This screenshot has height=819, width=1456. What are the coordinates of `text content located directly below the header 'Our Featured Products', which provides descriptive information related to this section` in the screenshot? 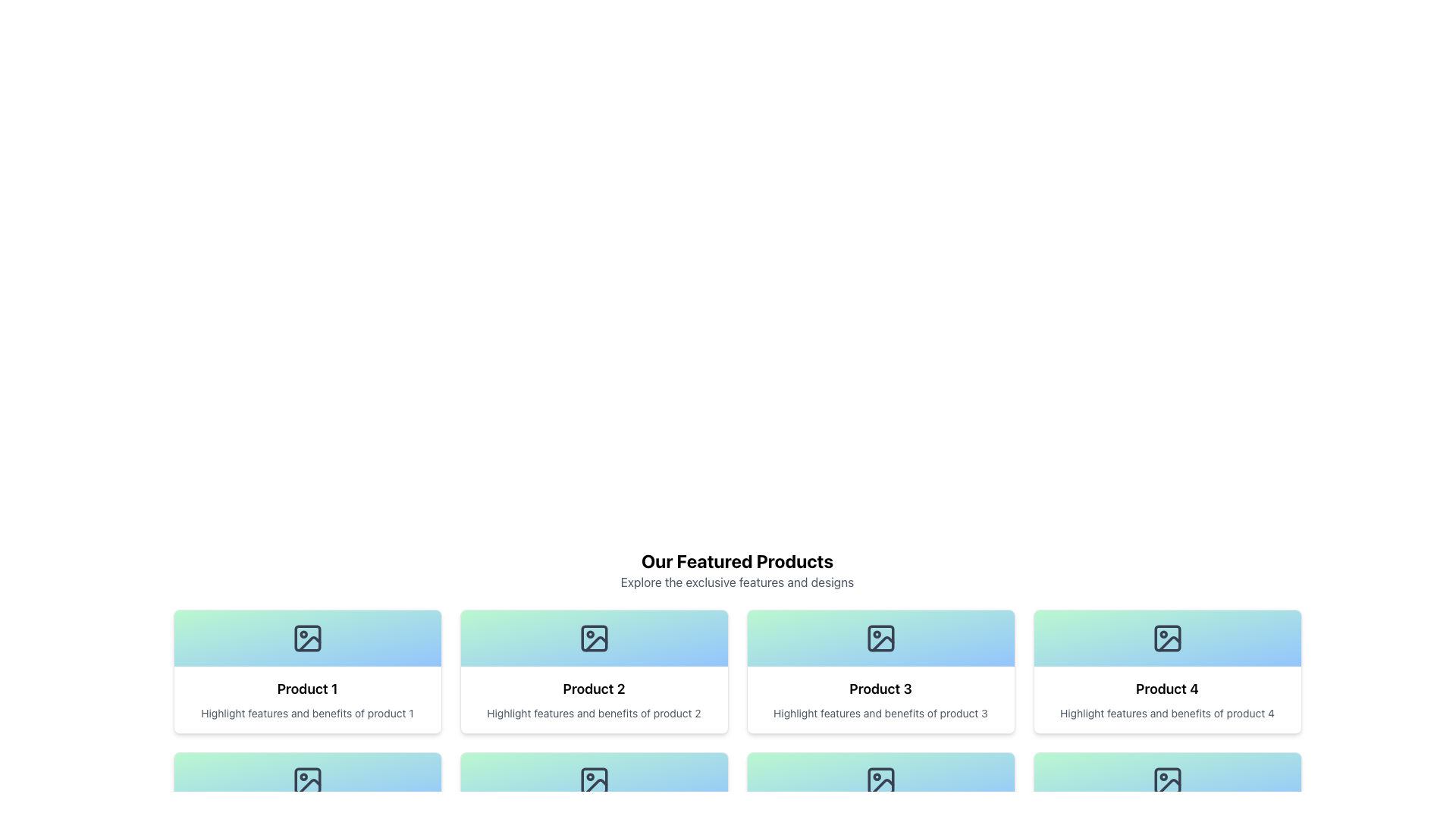 It's located at (737, 581).